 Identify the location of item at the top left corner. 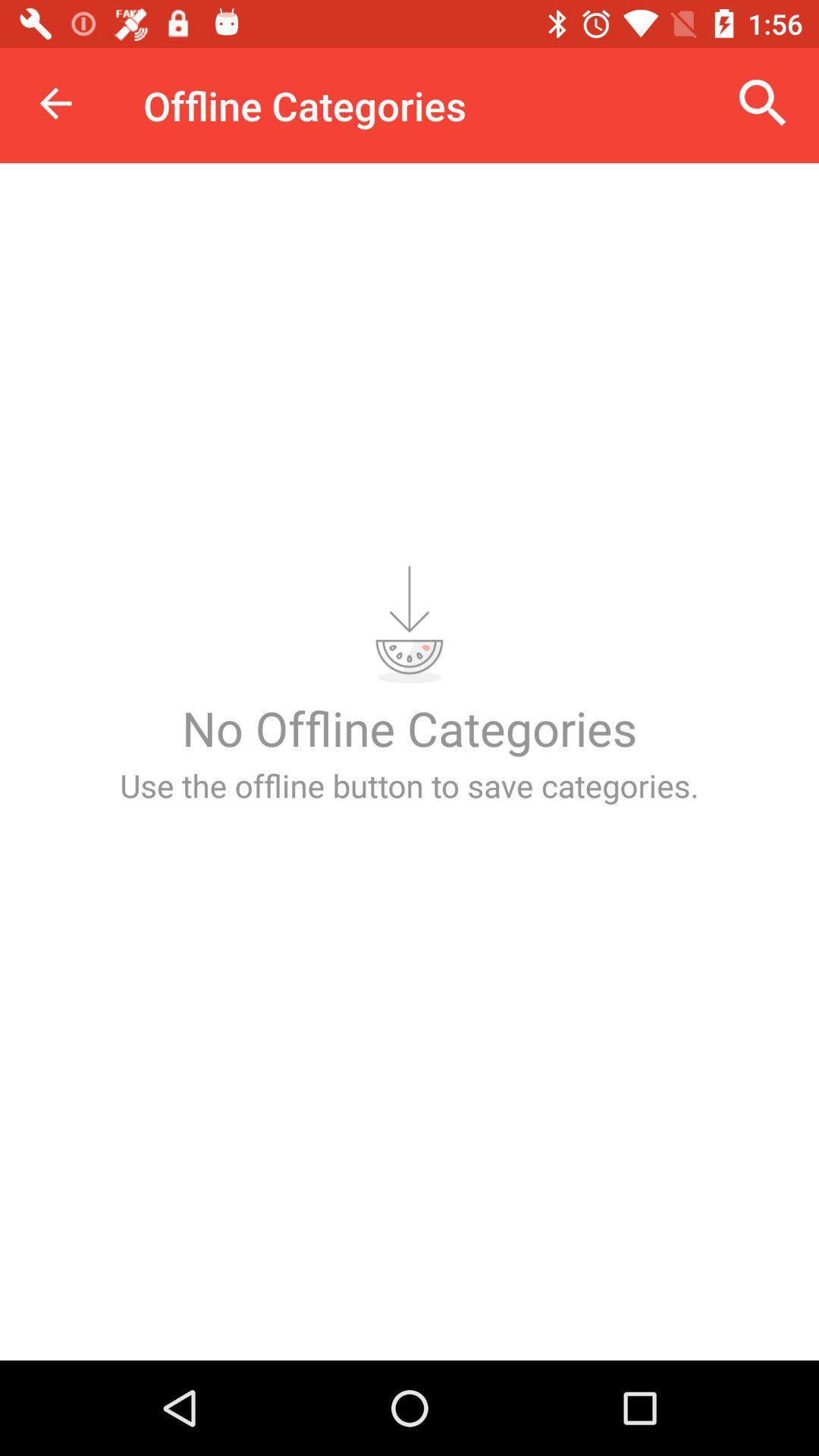
(55, 102).